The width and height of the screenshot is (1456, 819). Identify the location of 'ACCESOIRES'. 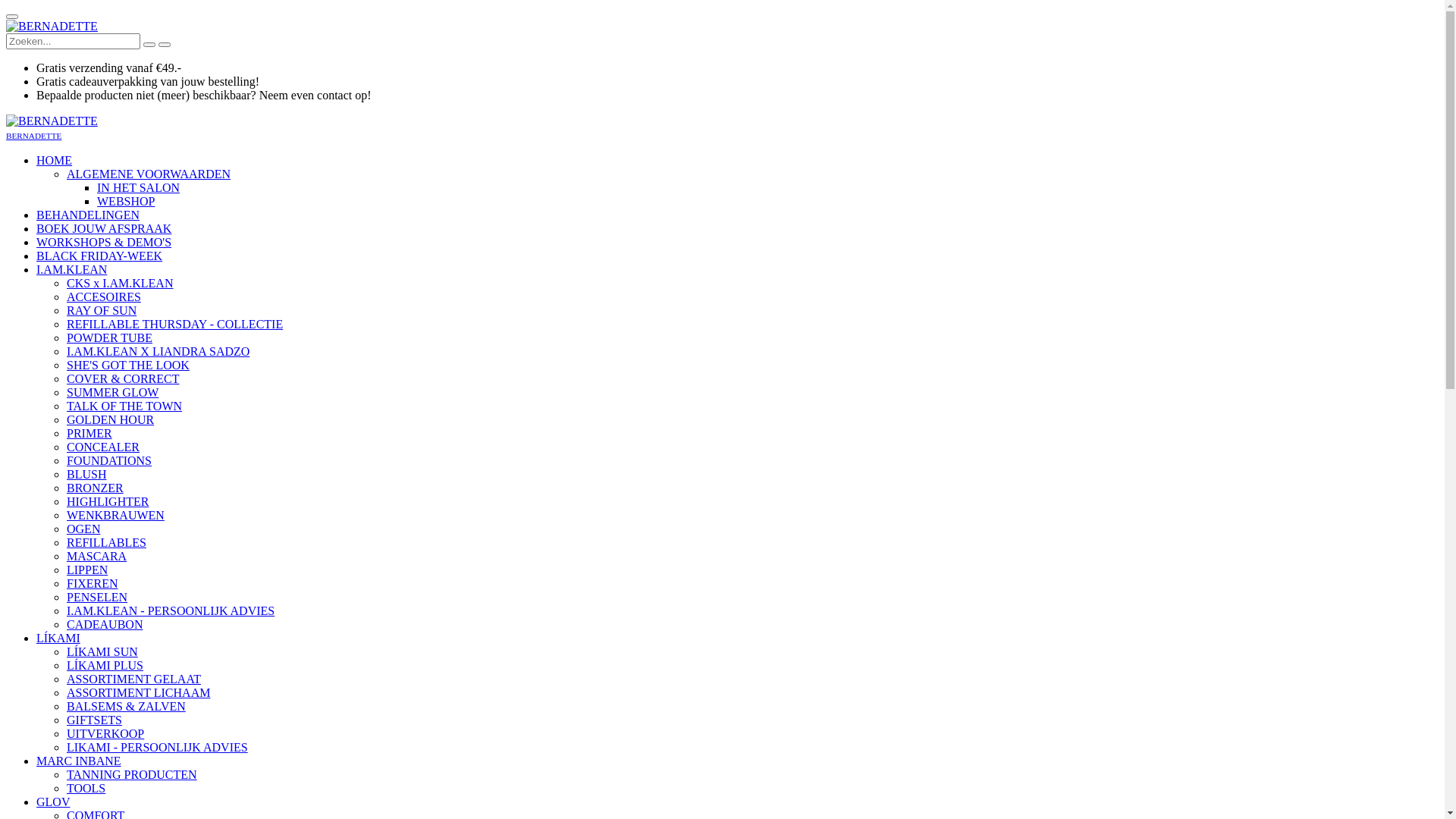
(103, 297).